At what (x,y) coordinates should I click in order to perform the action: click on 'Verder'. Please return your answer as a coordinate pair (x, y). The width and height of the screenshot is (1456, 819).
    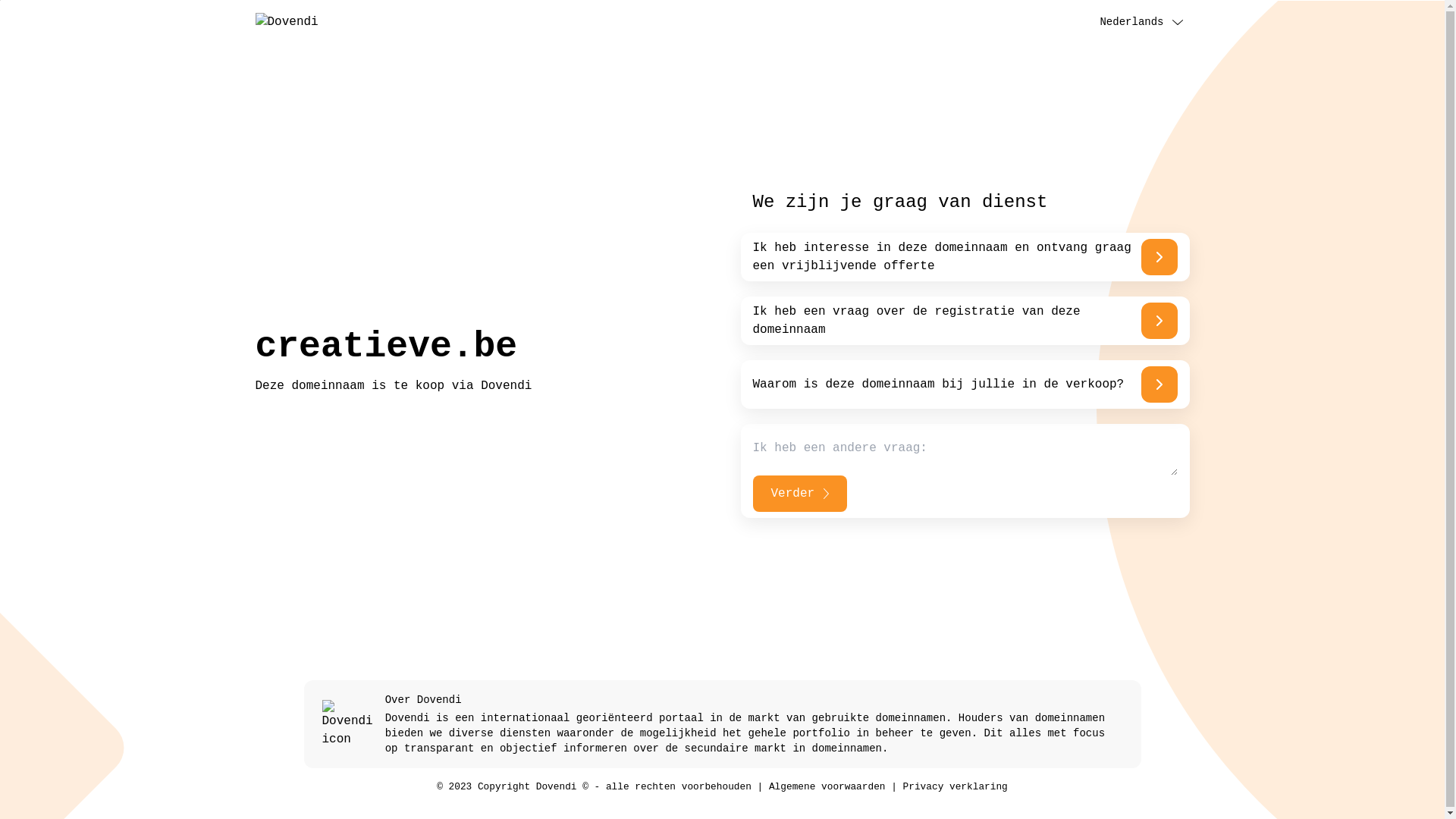
    Looking at the image, I should click on (799, 494).